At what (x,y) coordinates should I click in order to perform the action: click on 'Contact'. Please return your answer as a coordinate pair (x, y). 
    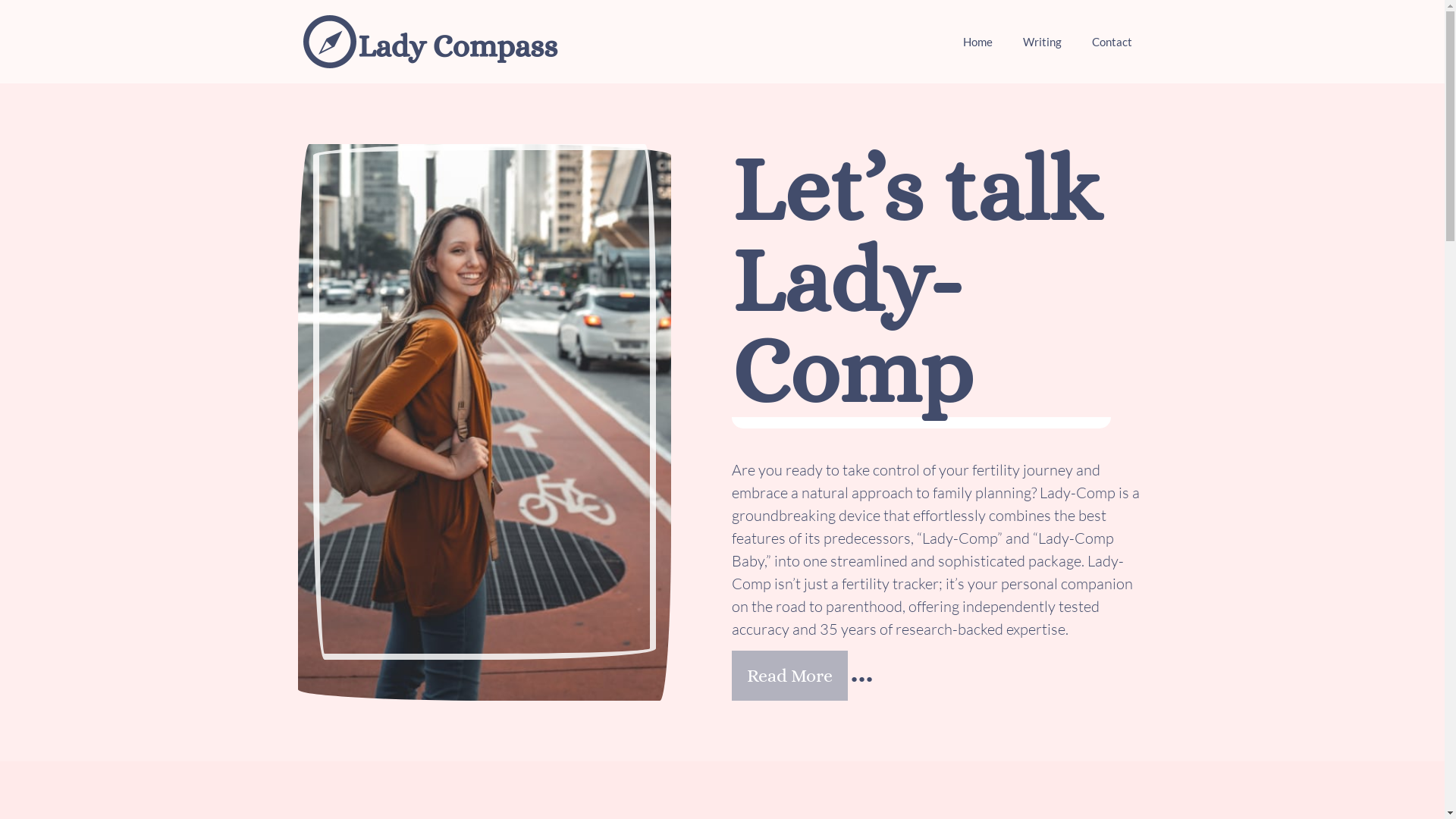
    Looking at the image, I should click on (1112, 40).